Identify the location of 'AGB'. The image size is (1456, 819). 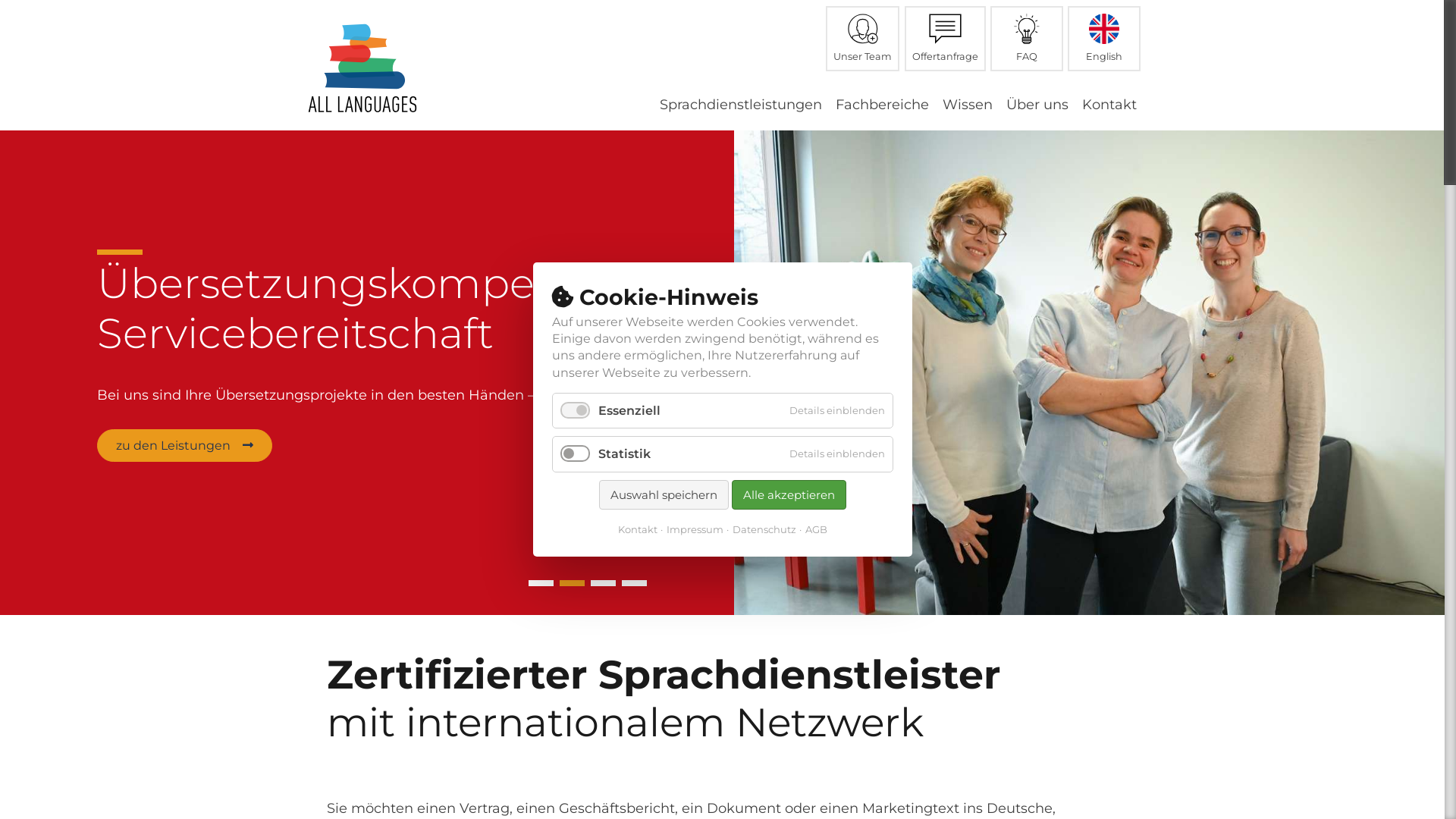
(812, 529).